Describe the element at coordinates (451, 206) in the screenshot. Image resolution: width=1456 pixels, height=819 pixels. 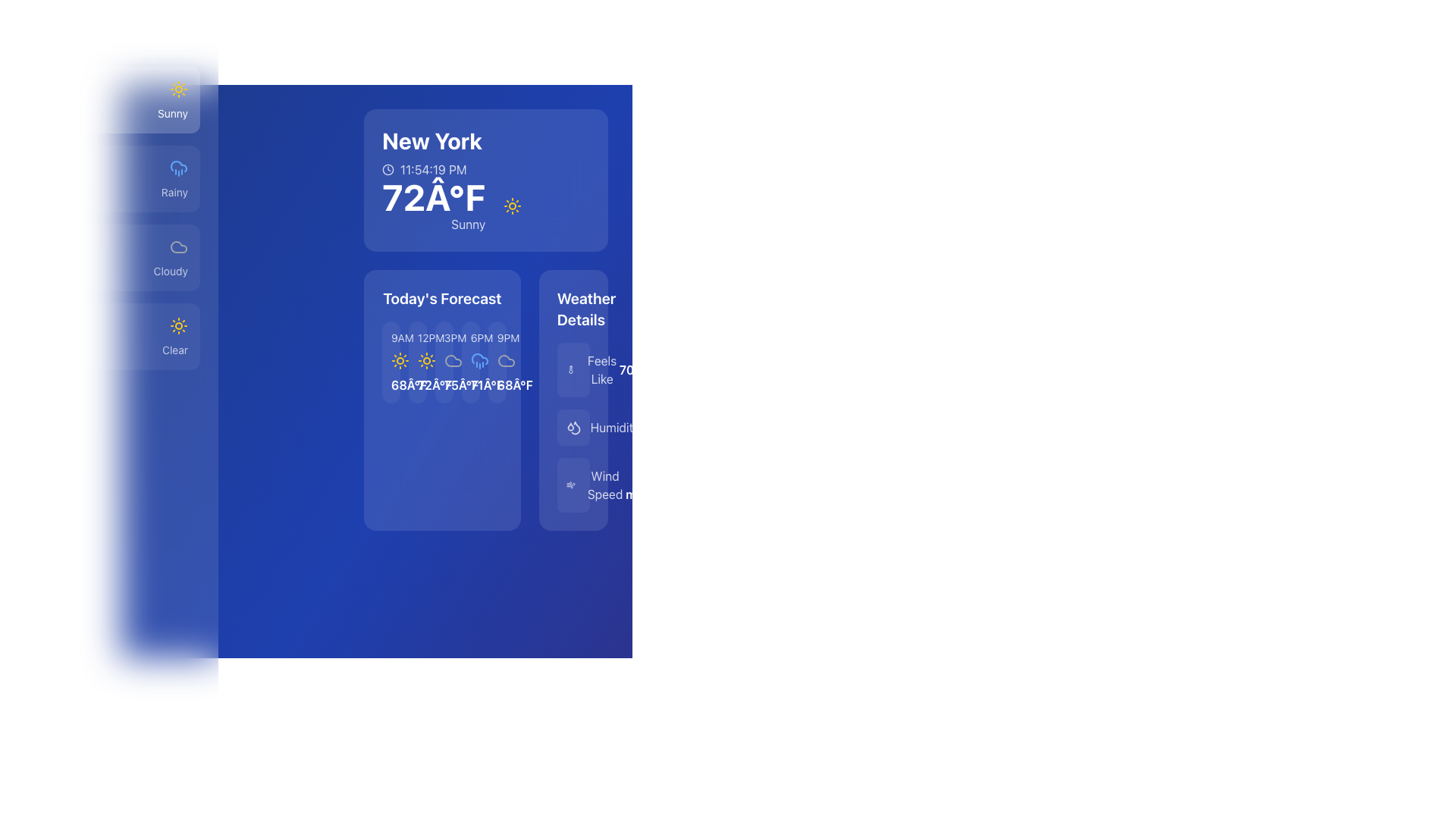
I see `the static informational display showing the current temperature and weather condition for 'New York'` at that location.